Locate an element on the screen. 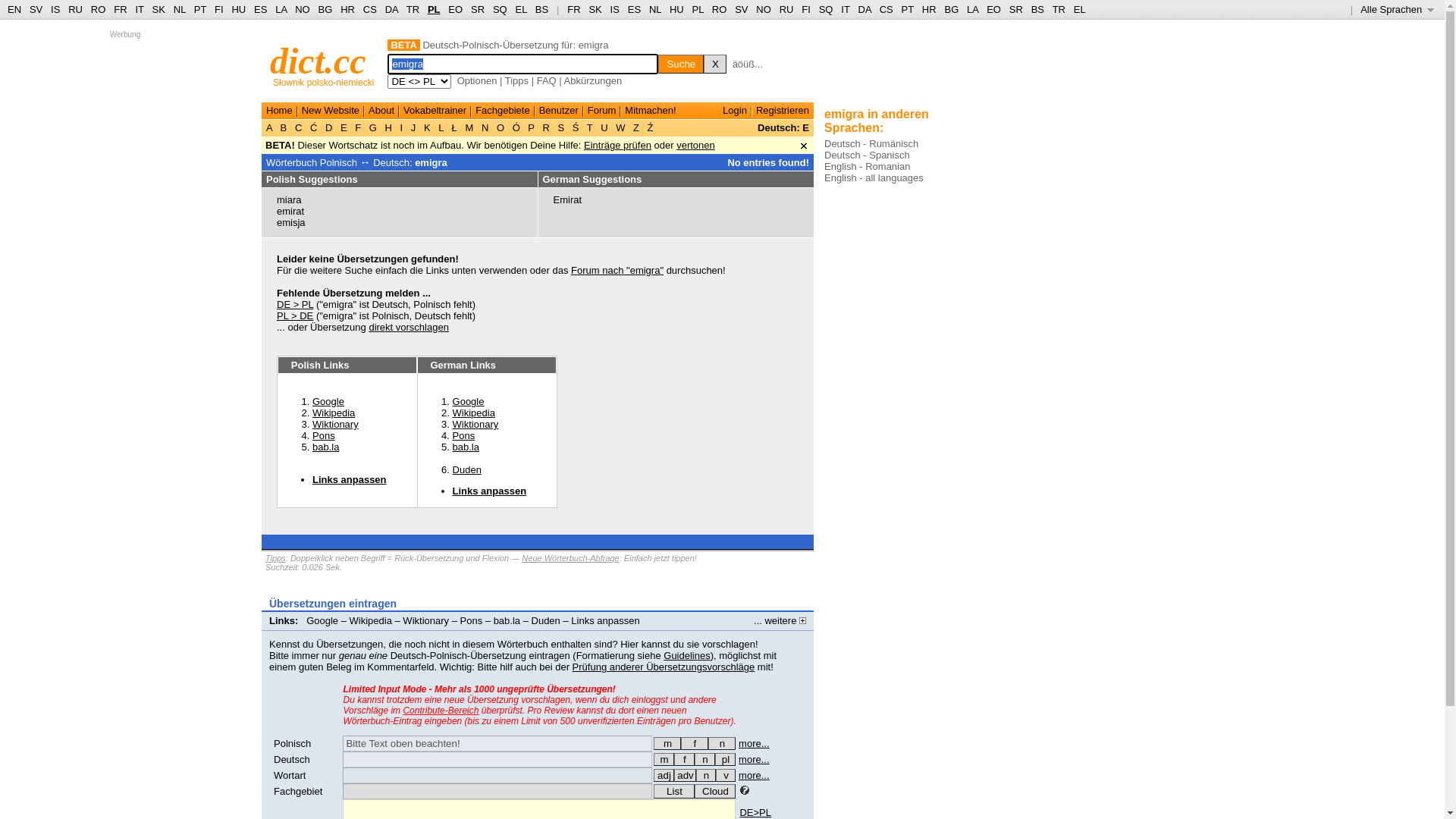 The image size is (1456, 819). 'Forum' is located at coordinates (601, 109).